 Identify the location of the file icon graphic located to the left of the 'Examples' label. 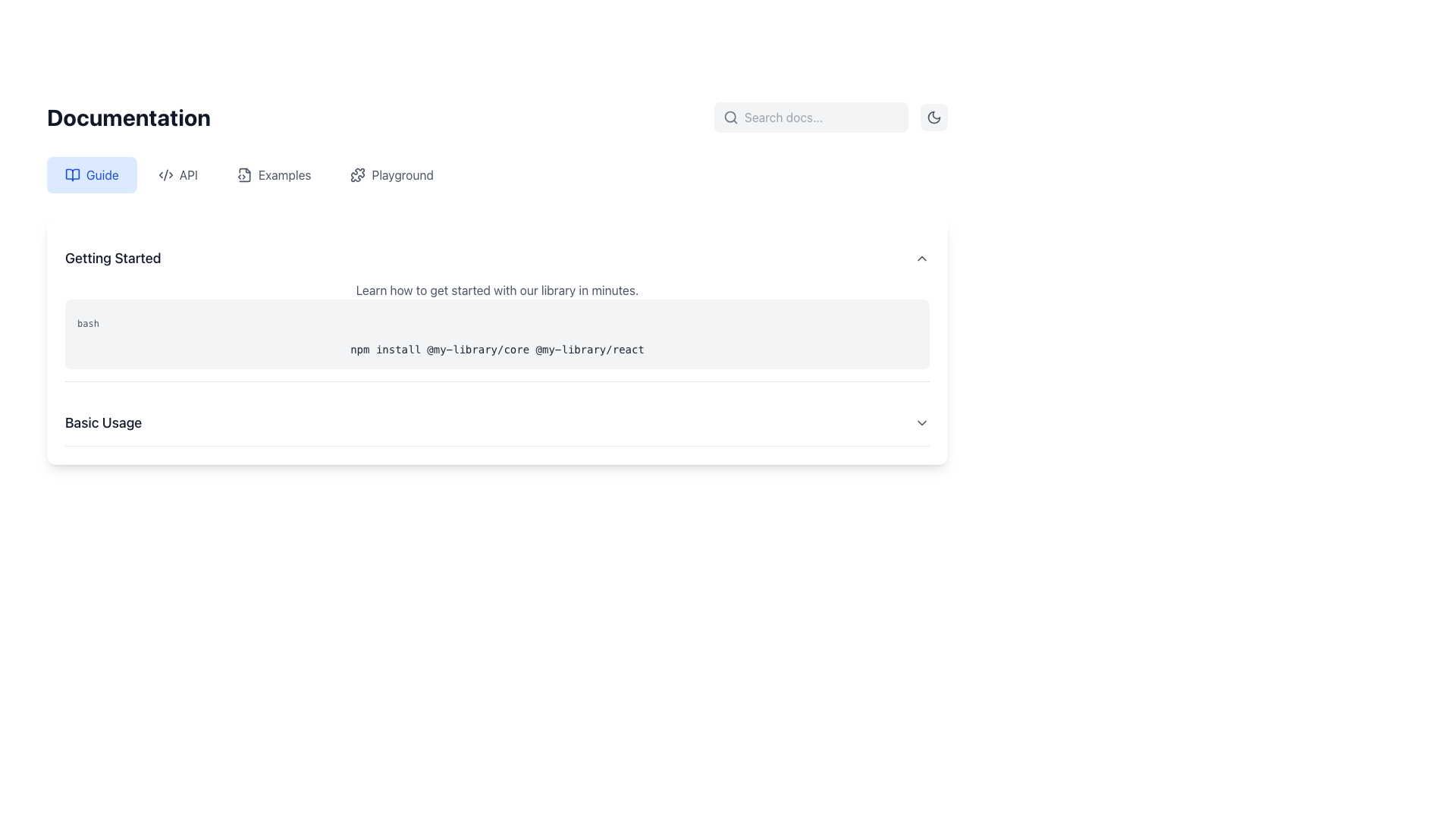
(244, 174).